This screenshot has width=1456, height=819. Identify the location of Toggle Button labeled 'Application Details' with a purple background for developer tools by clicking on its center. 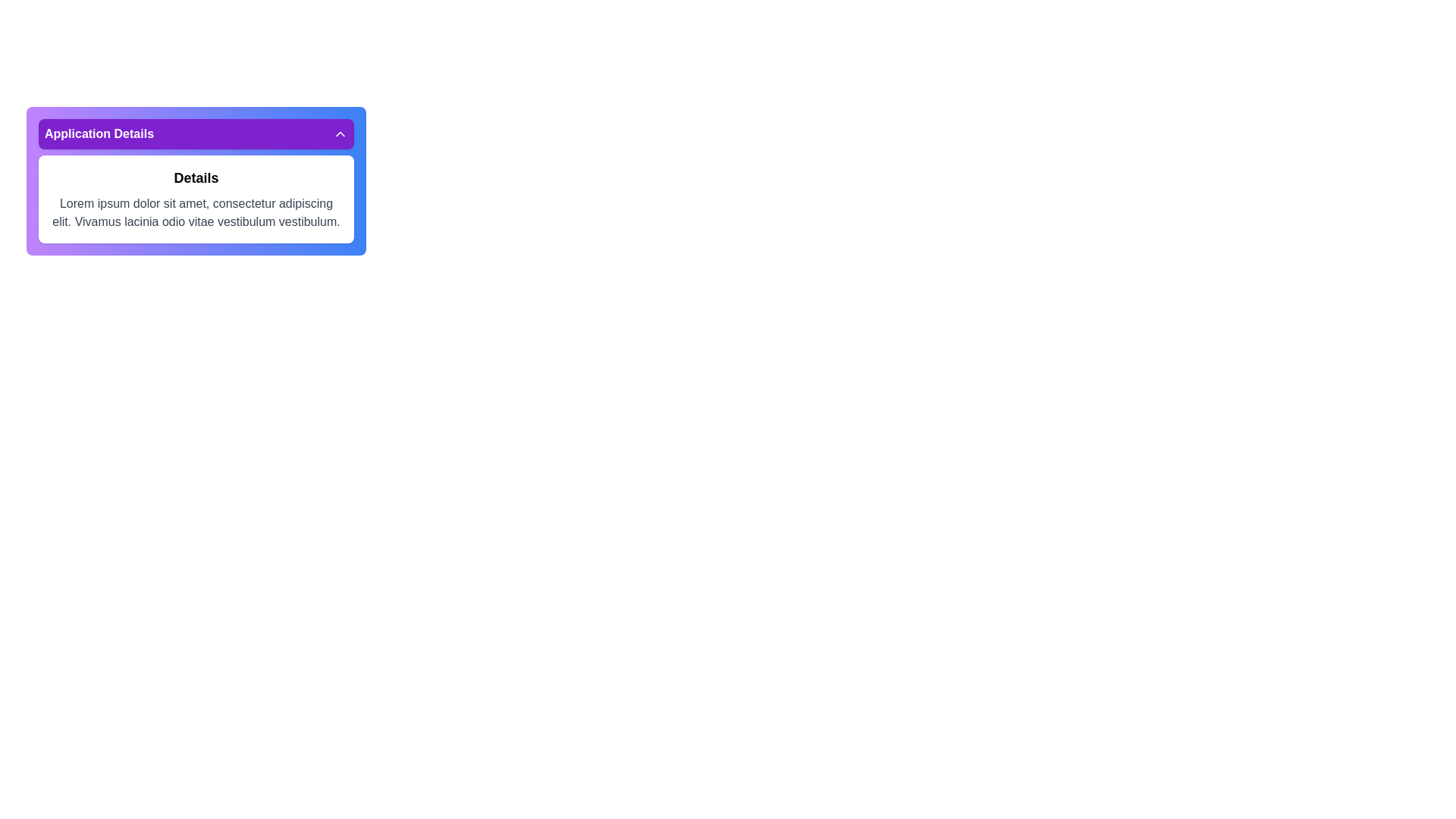
(196, 133).